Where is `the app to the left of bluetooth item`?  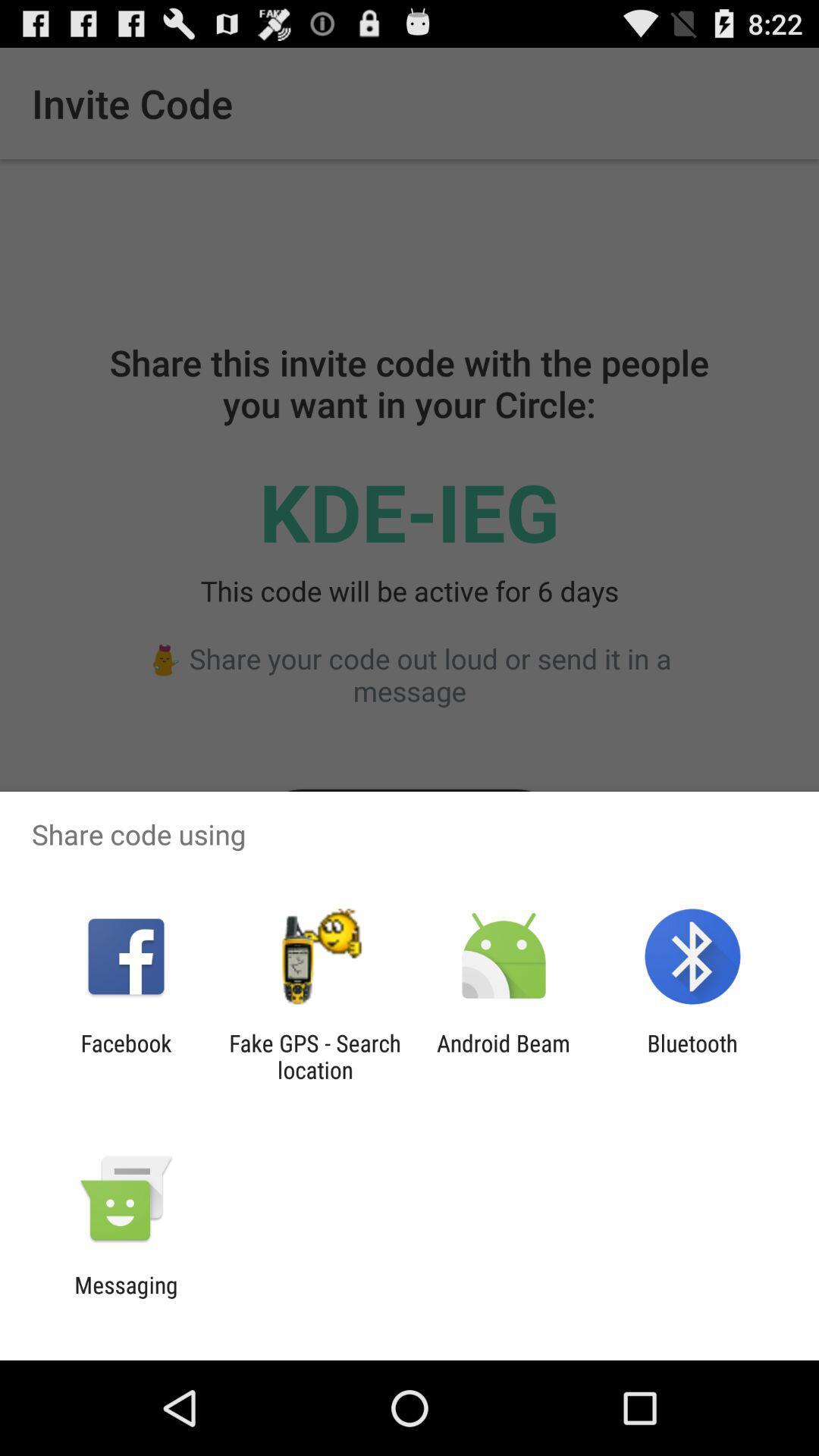 the app to the left of bluetooth item is located at coordinates (504, 1056).